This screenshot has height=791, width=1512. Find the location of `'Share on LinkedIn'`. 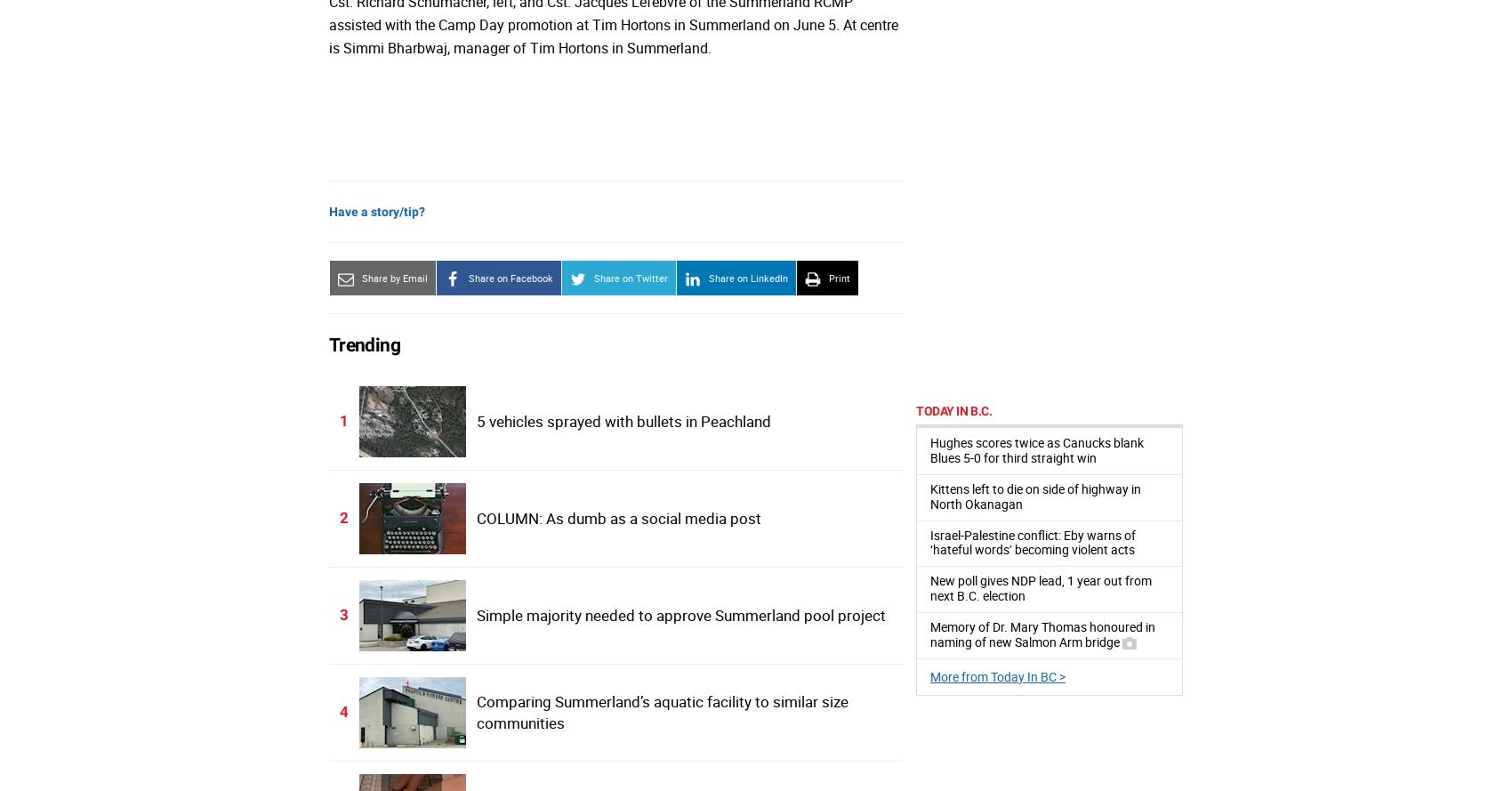

'Share on LinkedIn' is located at coordinates (747, 278).